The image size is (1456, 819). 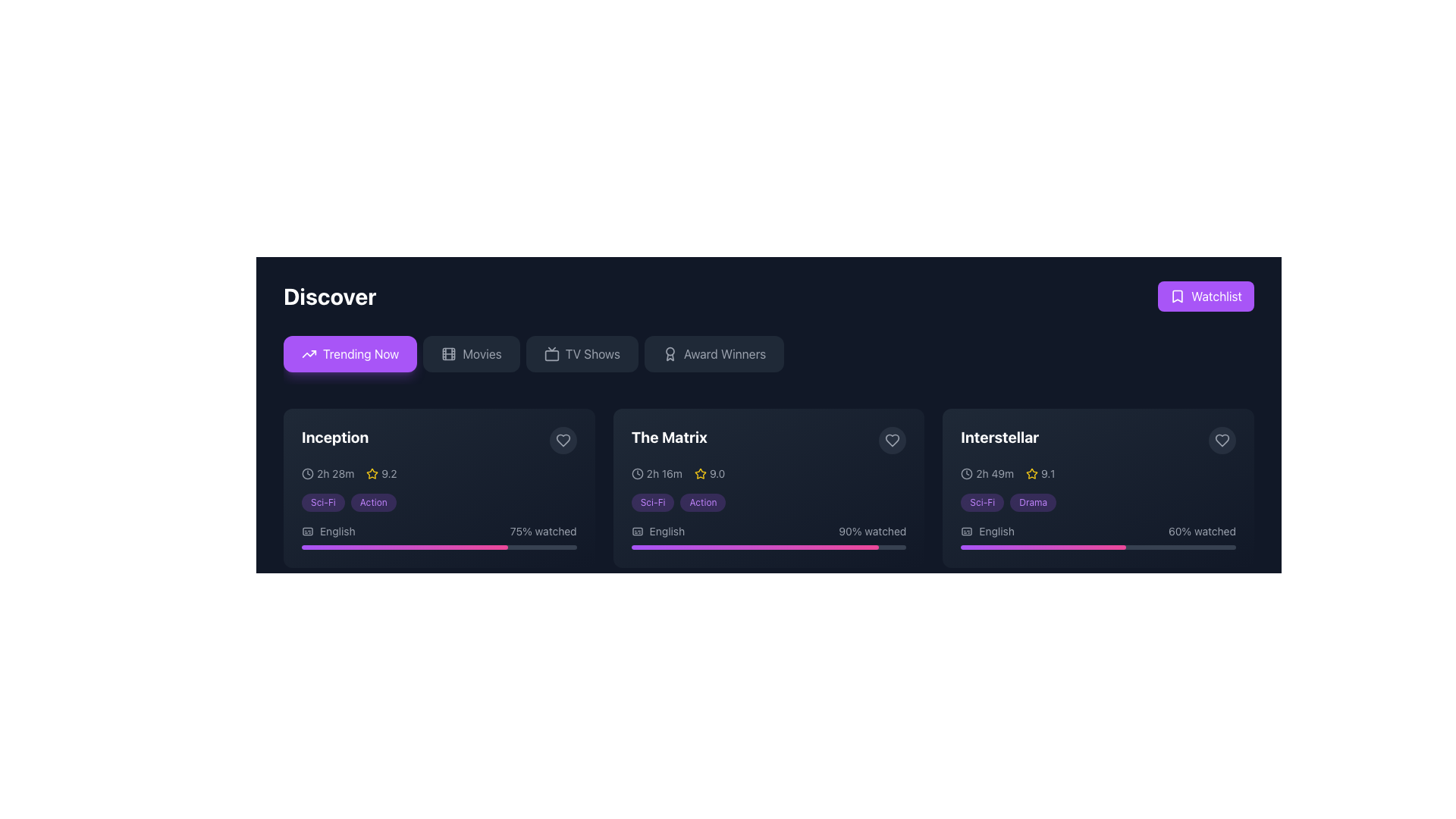 I want to click on watched progress, so click(x=1062, y=547).